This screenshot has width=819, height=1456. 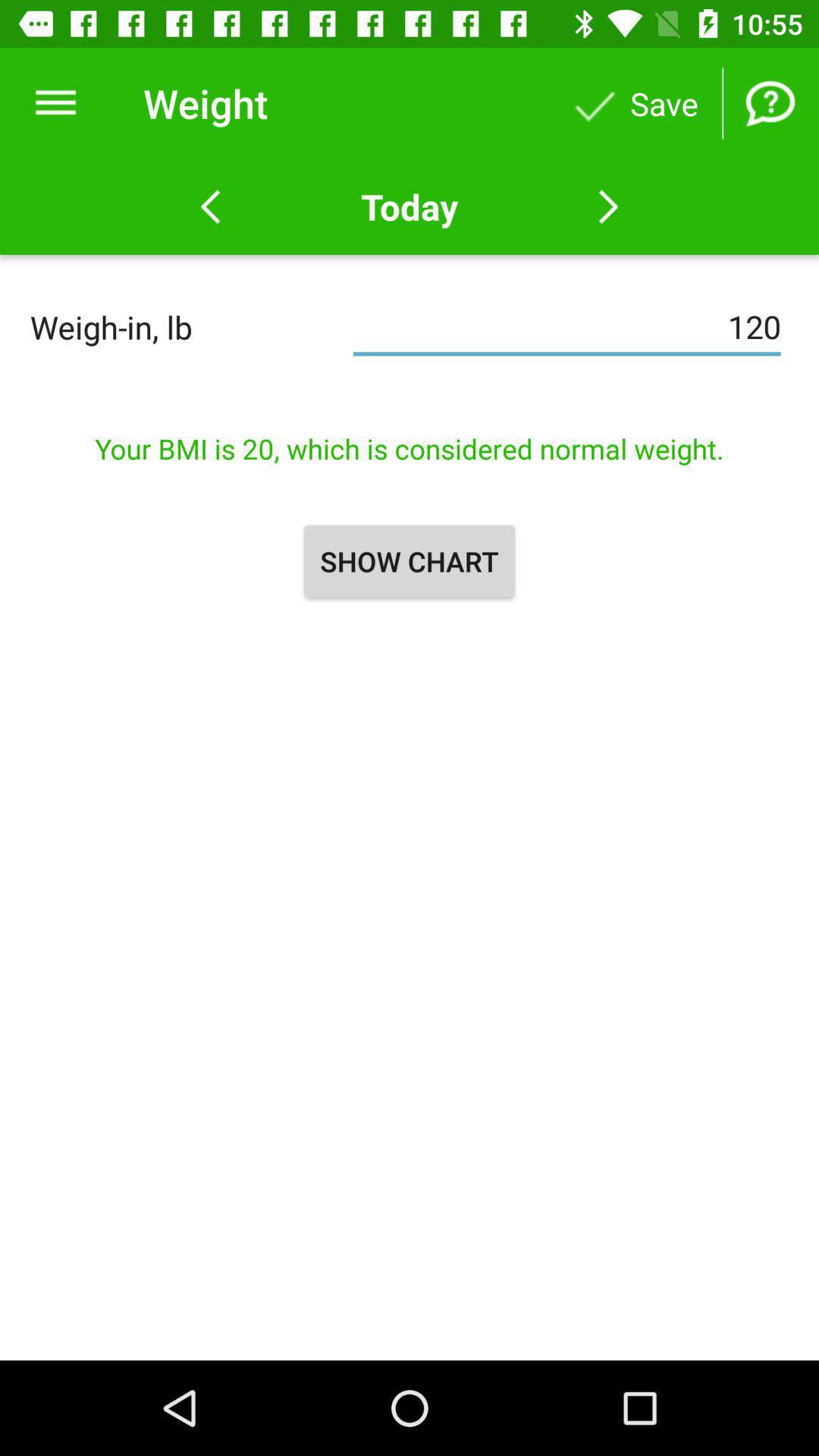 What do you see at coordinates (607, 206) in the screenshot?
I see `the next day` at bounding box center [607, 206].